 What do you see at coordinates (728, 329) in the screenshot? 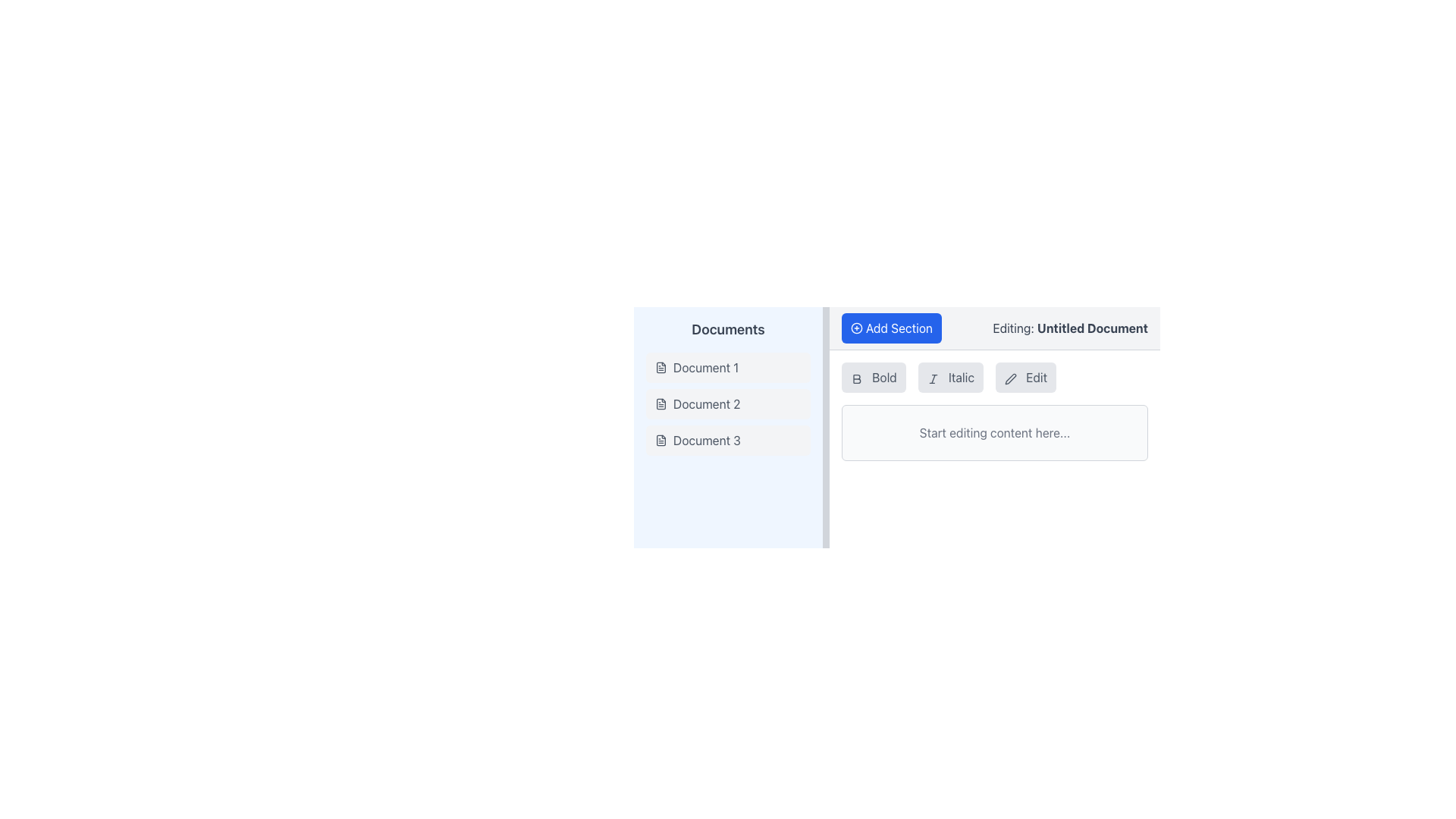
I see `the Text Label that serves as a heading for the document list in the left sidebar panel, located above 'Document 1', 'Document 2', and 'Document 3'` at bounding box center [728, 329].